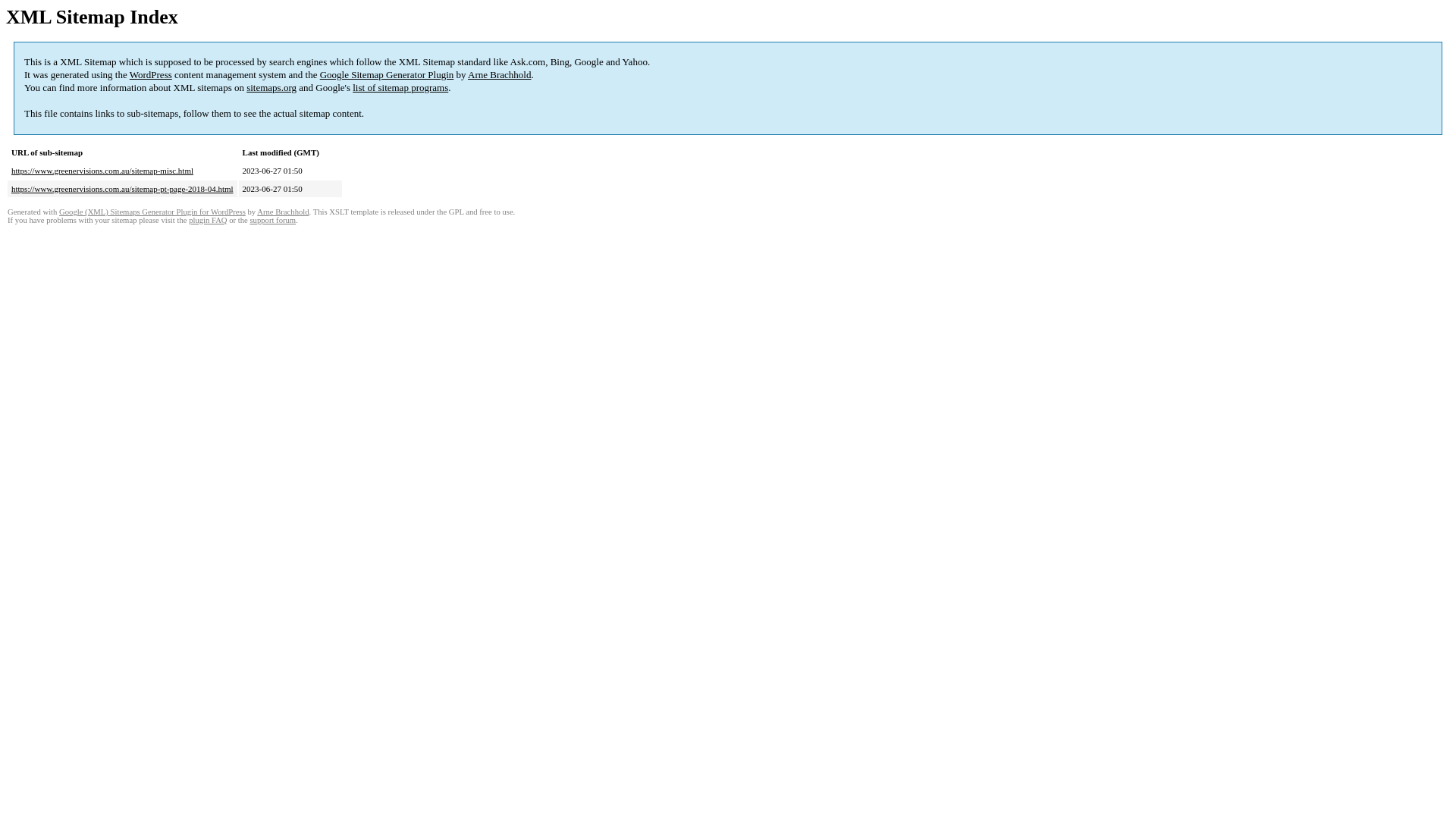  Describe the element at coordinates (150, 74) in the screenshot. I see `'WordPress'` at that location.